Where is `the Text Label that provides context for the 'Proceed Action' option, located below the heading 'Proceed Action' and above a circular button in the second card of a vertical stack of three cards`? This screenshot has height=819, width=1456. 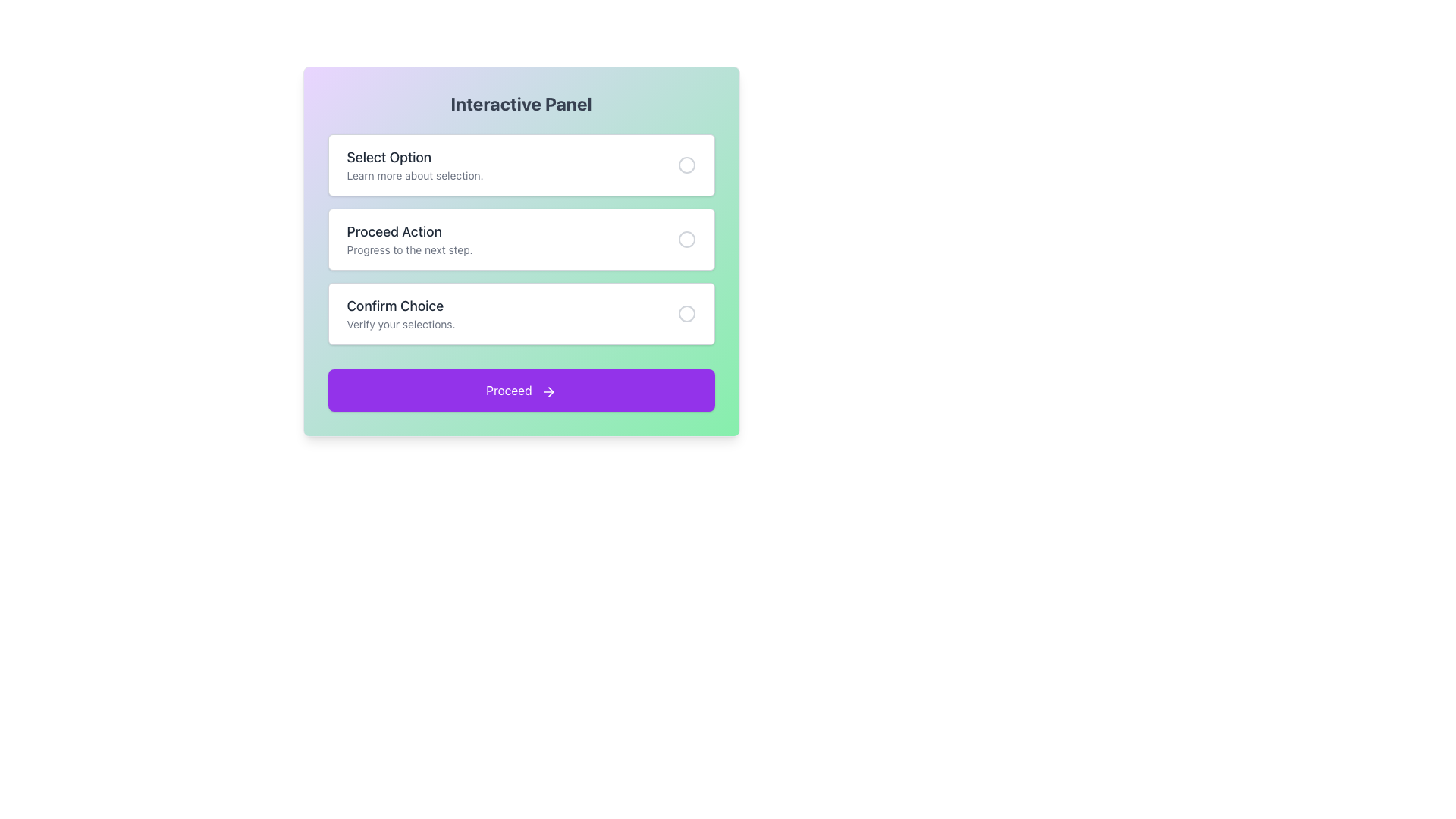
the Text Label that provides context for the 'Proceed Action' option, located below the heading 'Proceed Action' and above a circular button in the second card of a vertical stack of three cards is located at coordinates (409, 249).